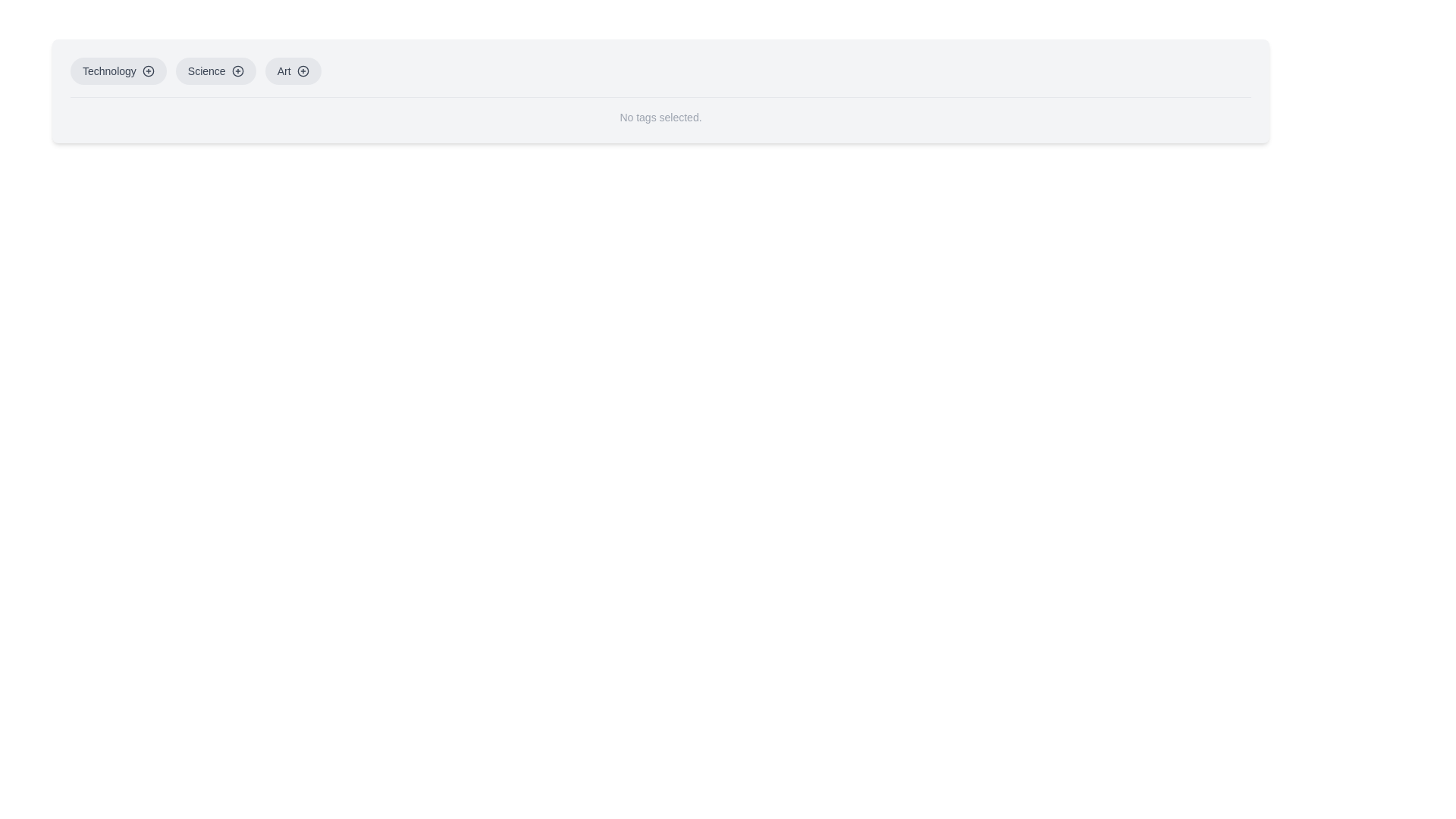 The height and width of the screenshot is (819, 1456). What do you see at coordinates (206, 71) in the screenshot?
I see `the 'Science' text label within the category button` at bounding box center [206, 71].